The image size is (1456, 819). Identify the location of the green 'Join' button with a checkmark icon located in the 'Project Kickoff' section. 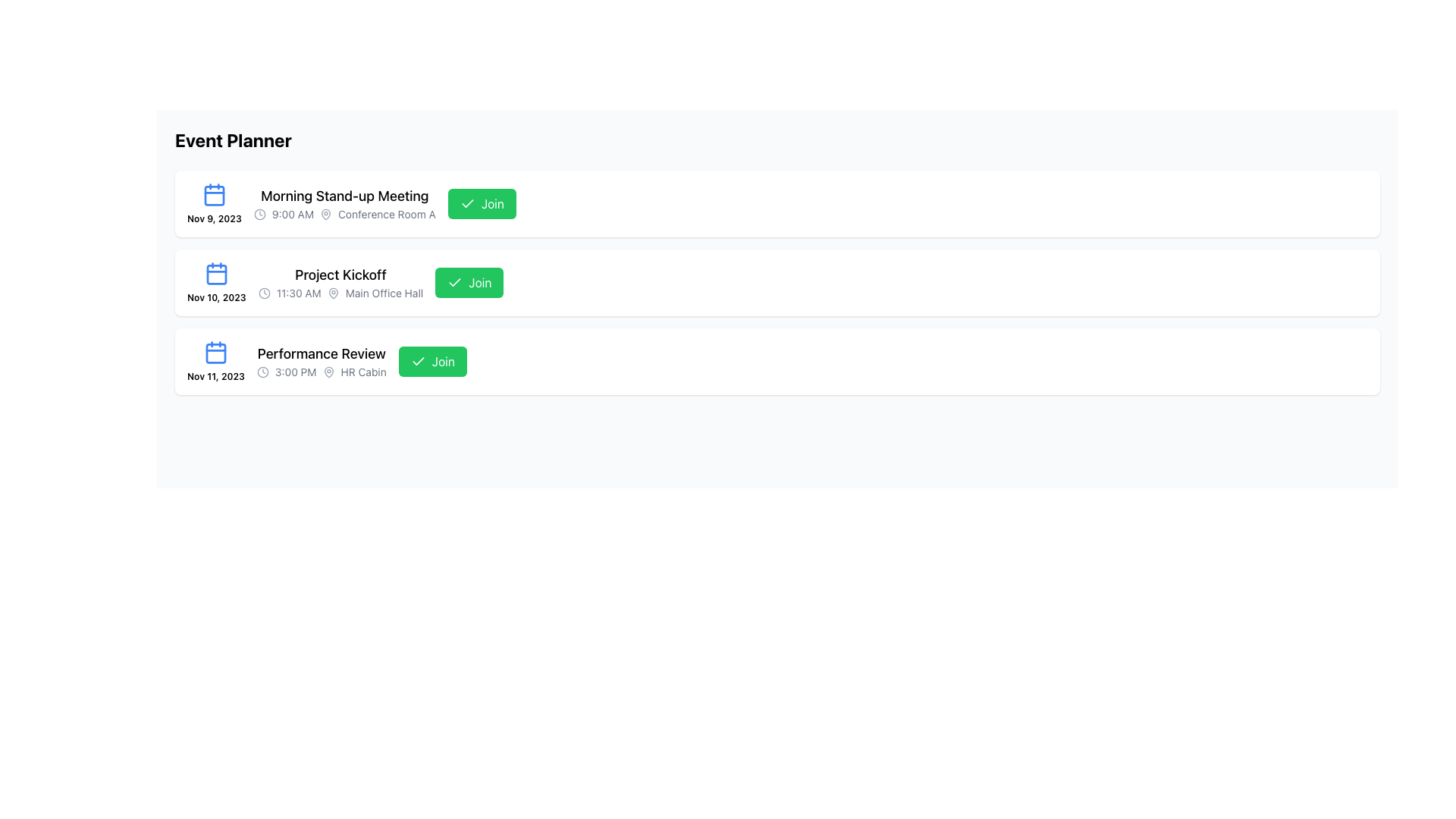
(469, 283).